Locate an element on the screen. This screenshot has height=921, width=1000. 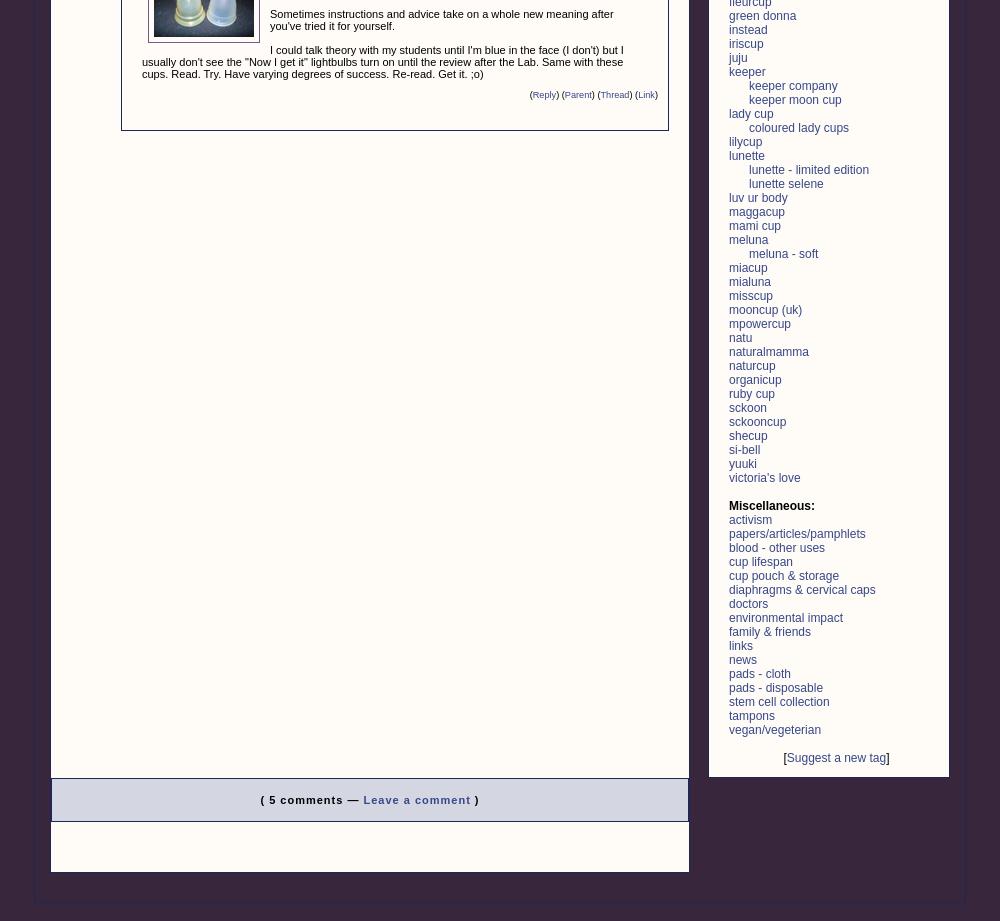
'Miscellaneous:' is located at coordinates (772, 504).